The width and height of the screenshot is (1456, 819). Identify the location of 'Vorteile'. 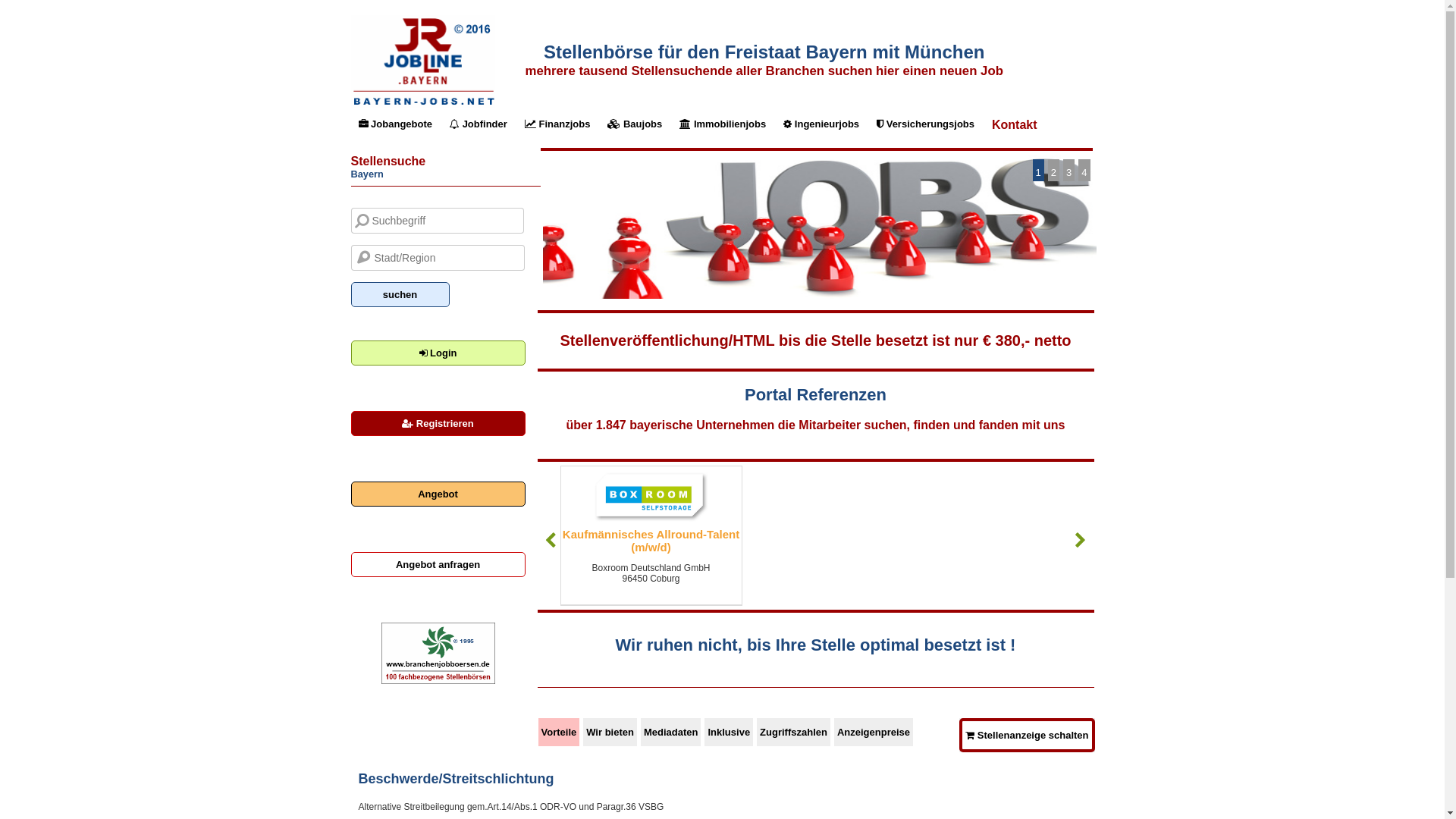
(560, 731).